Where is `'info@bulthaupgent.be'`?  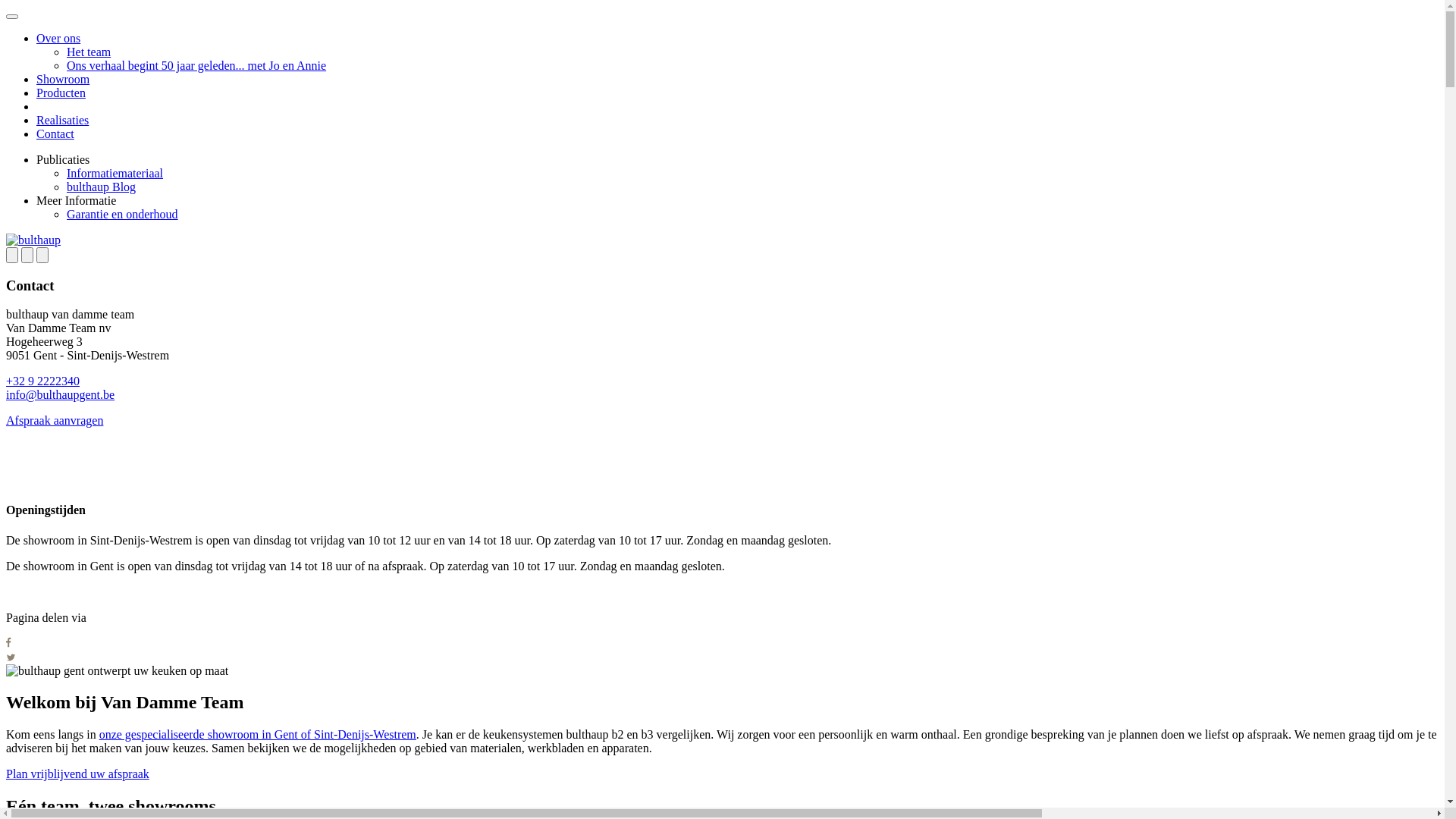
'info@bulthaupgent.be' is located at coordinates (6, 394).